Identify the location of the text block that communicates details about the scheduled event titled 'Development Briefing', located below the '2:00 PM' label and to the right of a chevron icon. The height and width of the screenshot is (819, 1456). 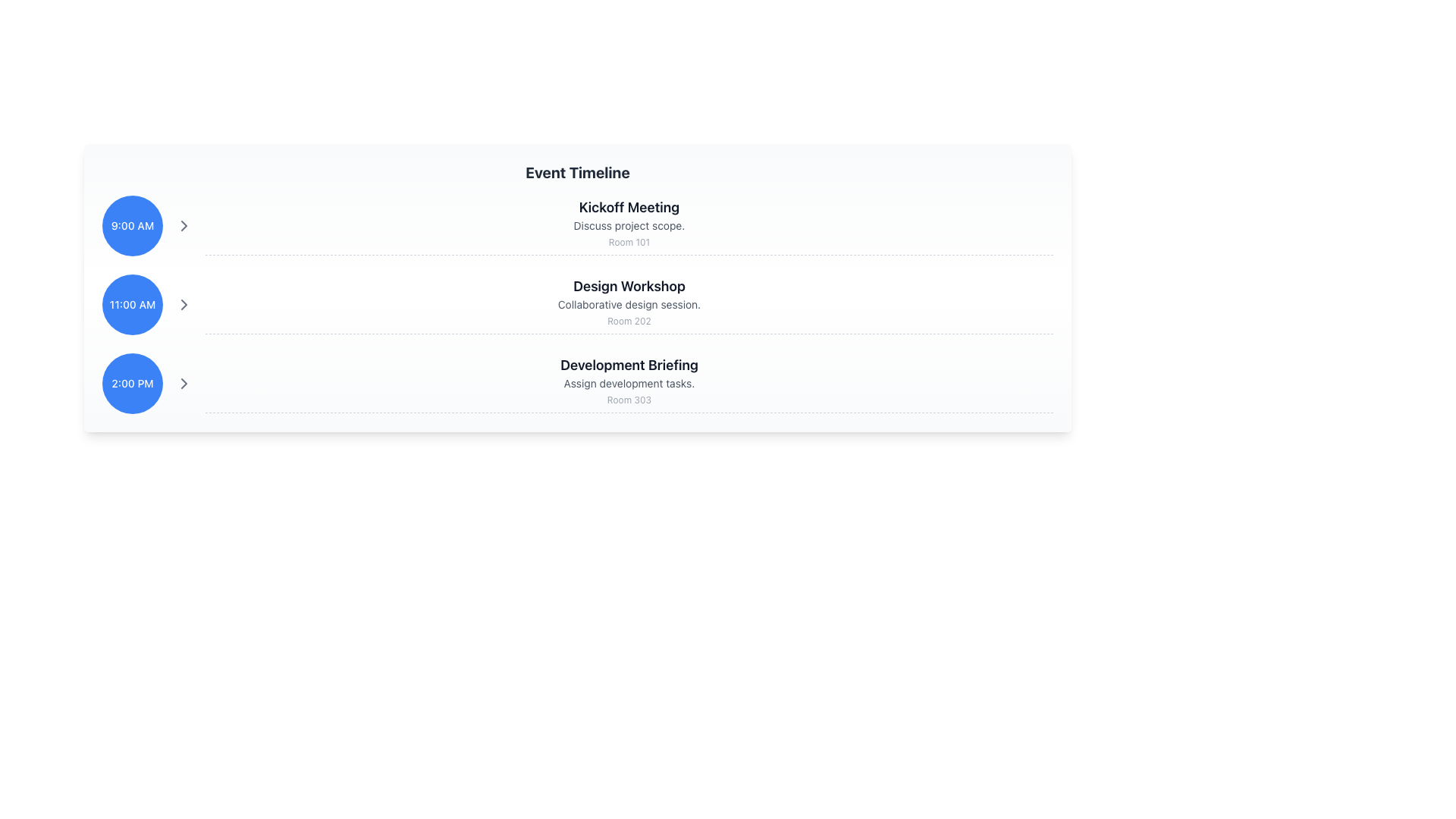
(629, 382).